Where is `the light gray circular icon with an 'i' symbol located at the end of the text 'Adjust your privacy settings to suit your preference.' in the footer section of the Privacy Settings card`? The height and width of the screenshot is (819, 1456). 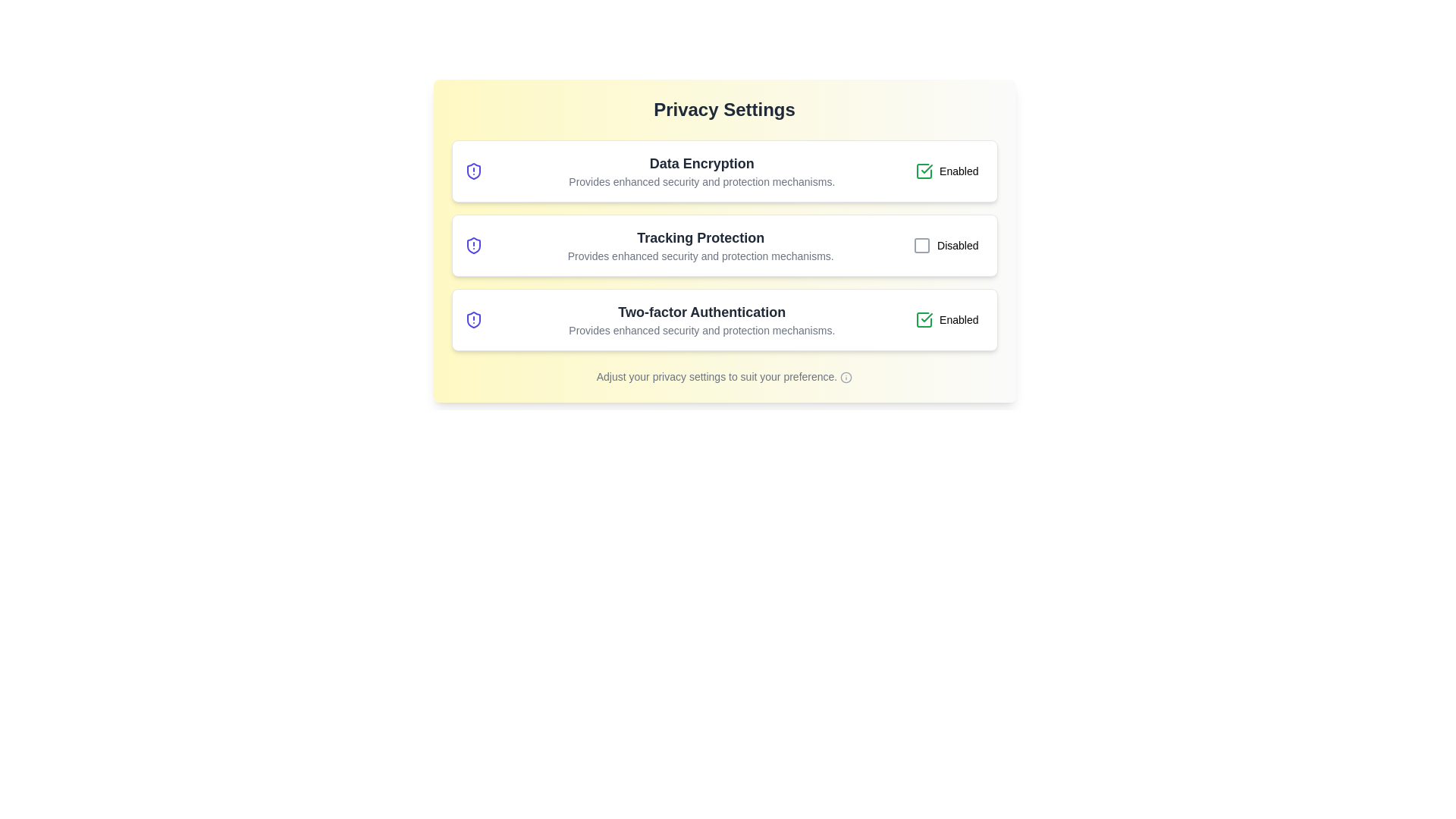
the light gray circular icon with an 'i' symbol located at the end of the text 'Adjust your privacy settings to suit your preference.' in the footer section of the Privacy Settings card is located at coordinates (846, 377).